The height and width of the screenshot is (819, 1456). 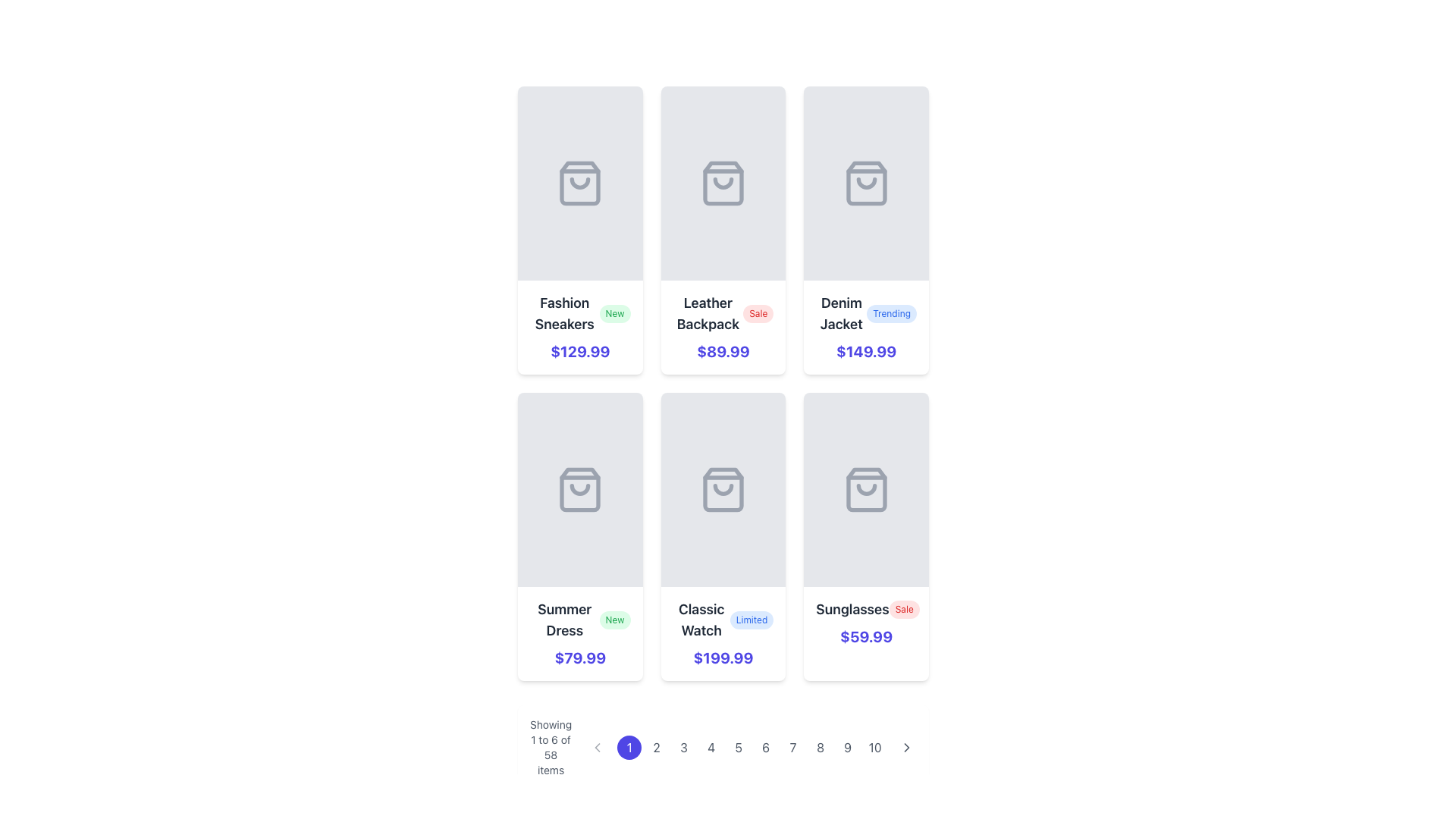 I want to click on the circular button displaying the numeral '4', so click(x=711, y=747).